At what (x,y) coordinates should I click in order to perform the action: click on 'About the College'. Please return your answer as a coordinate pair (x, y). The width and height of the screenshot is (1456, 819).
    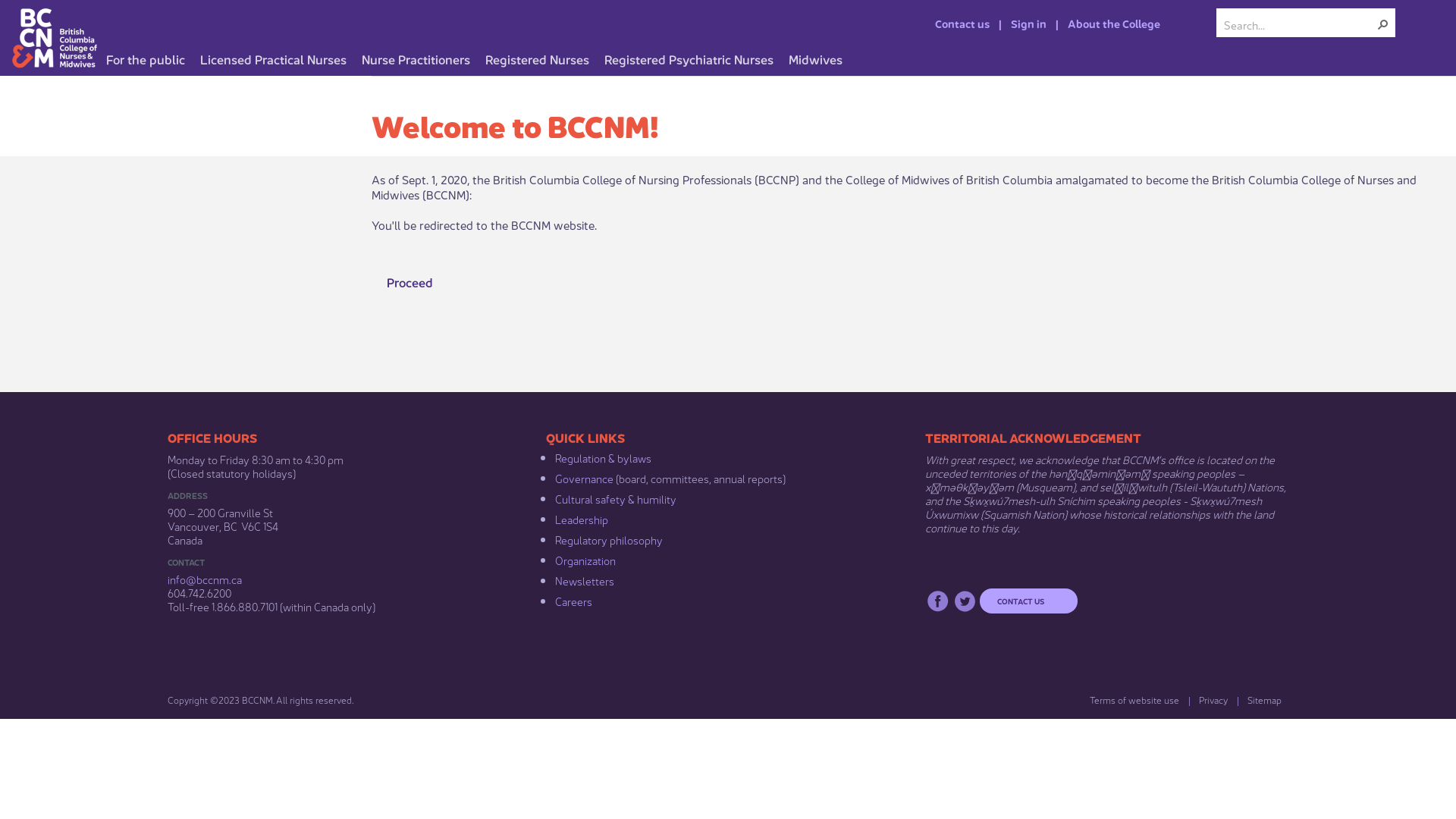
    Looking at the image, I should click on (1046, 23).